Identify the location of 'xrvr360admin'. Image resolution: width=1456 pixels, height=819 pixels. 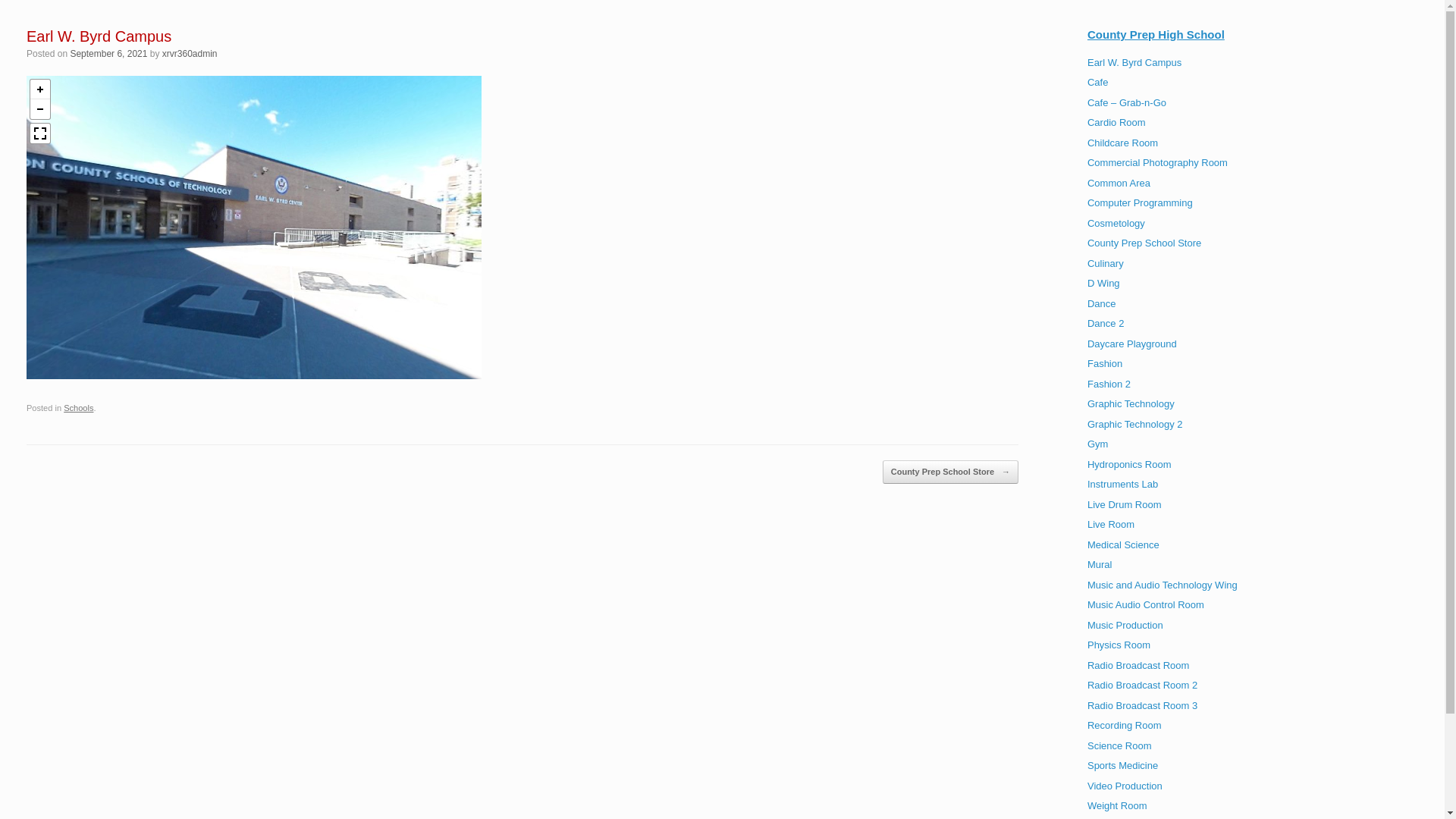
(189, 52).